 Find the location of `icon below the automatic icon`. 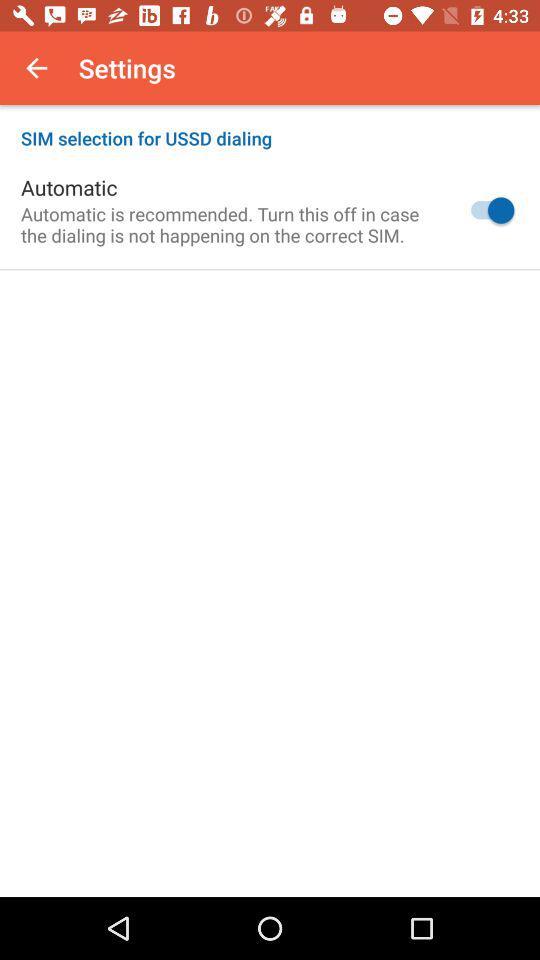

icon below the automatic icon is located at coordinates (227, 224).